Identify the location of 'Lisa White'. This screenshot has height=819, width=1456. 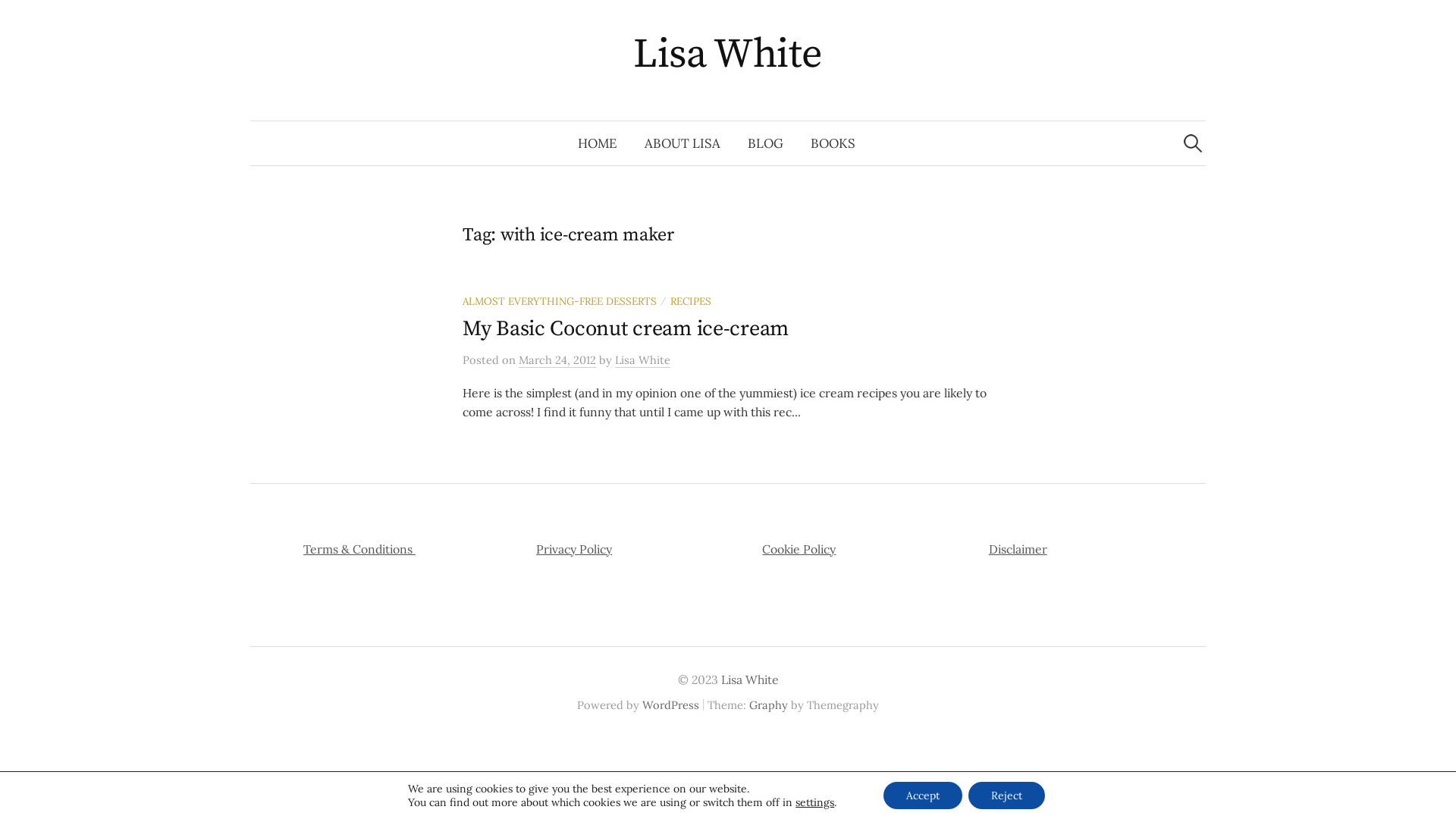
(642, 359).